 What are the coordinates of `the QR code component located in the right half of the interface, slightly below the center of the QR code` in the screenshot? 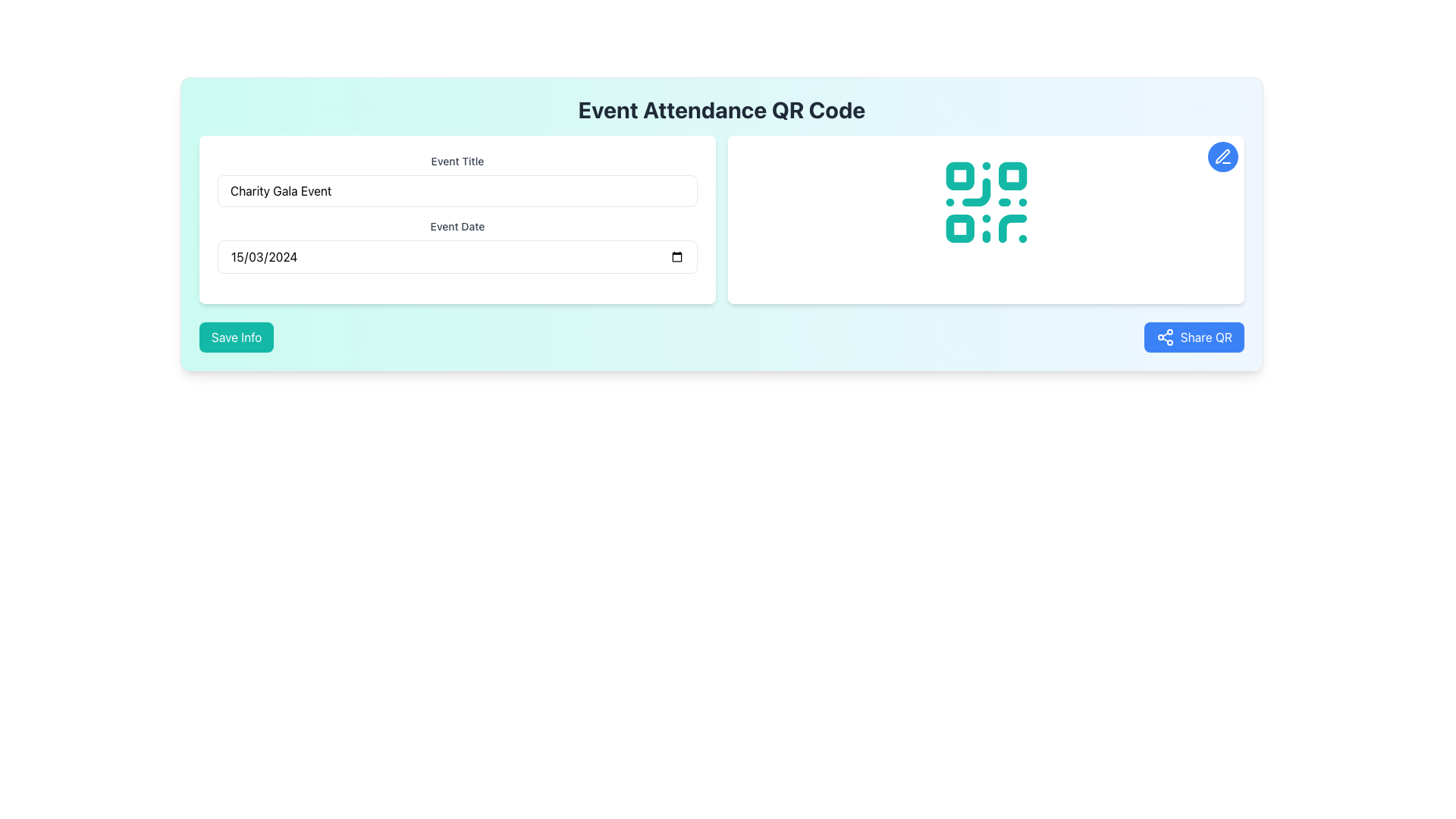 It's located at (976, 191).